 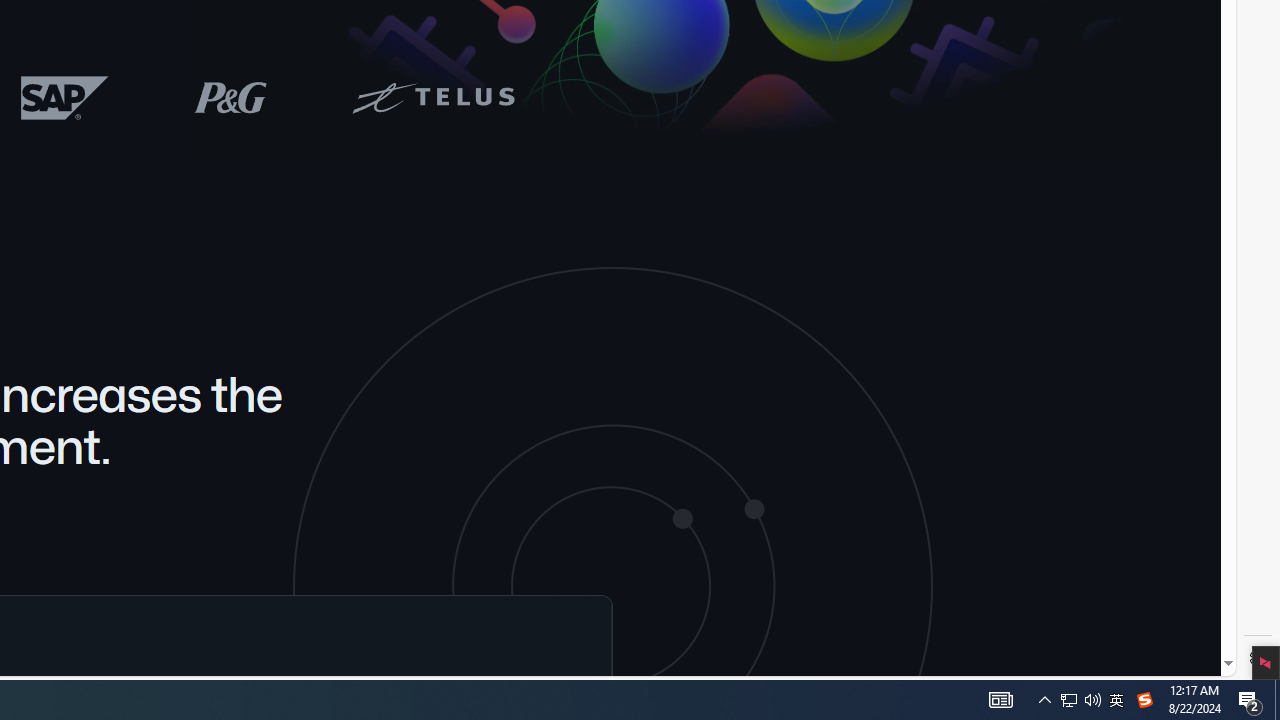 What do you see at coordinates (231, 97) in the screenshot?
I see `'P&G logo'` at bounding box center [231, 97].